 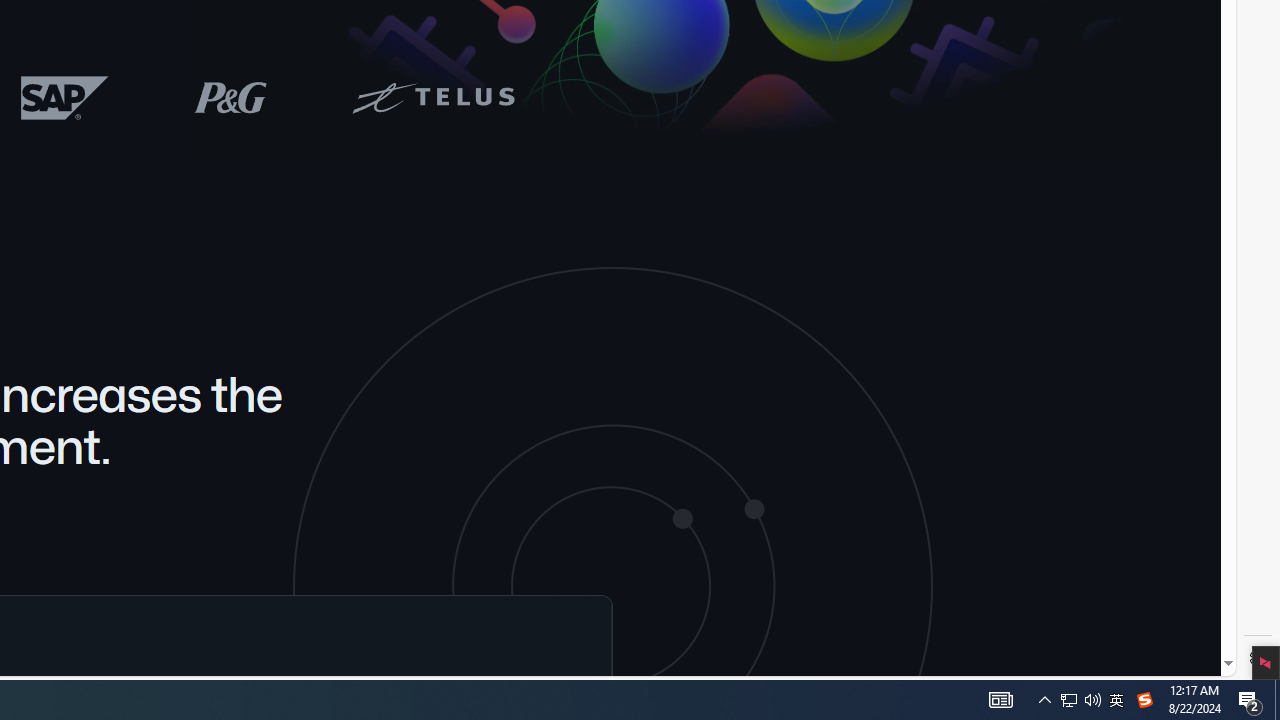 What do you see at coordinates (231, 97) in the screenshot?
I see `'P&G logo'` at bounding box center [231, 97].